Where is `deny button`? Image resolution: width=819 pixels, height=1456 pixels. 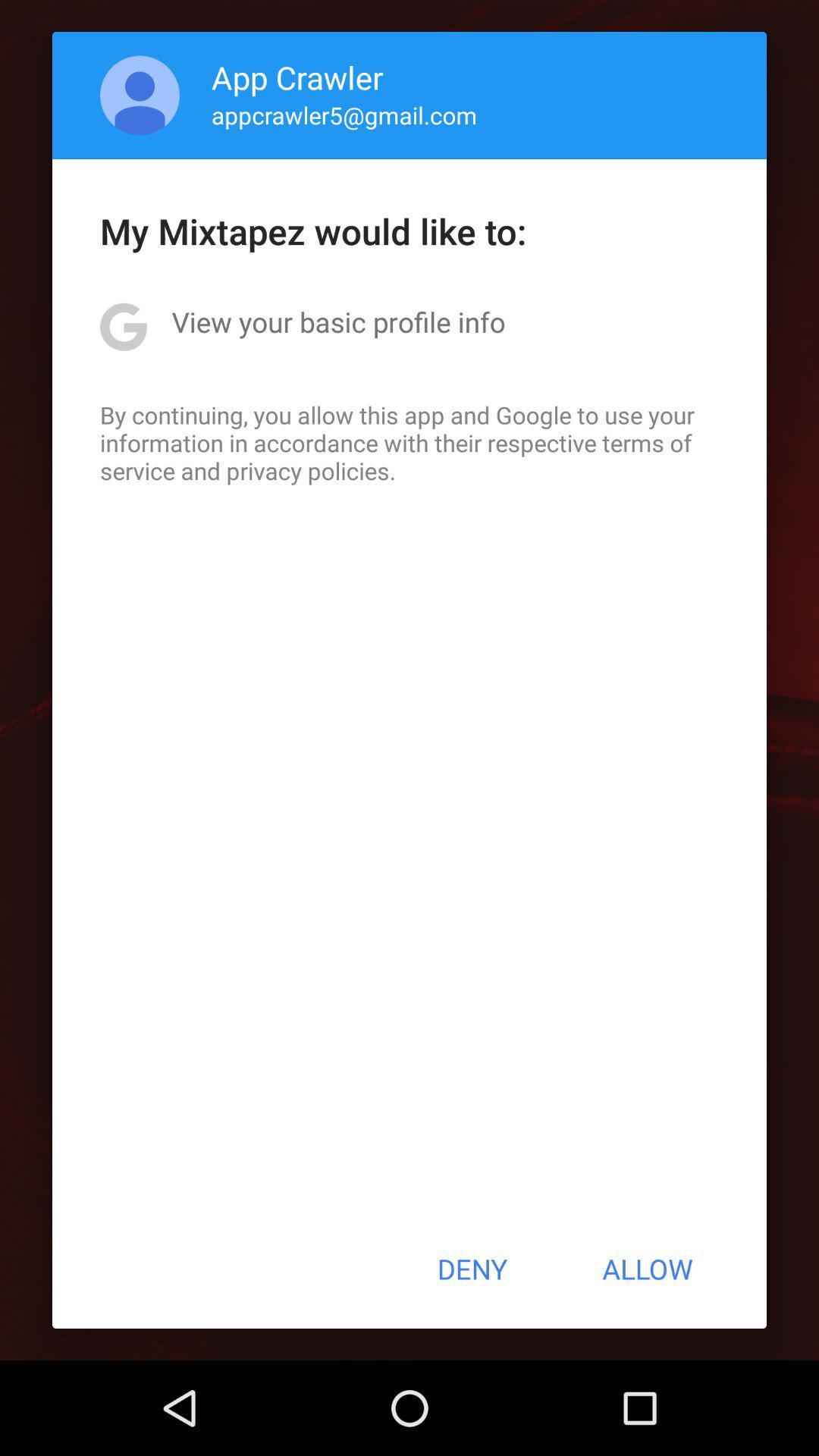 deny button is located at coordinates (471, 1269).